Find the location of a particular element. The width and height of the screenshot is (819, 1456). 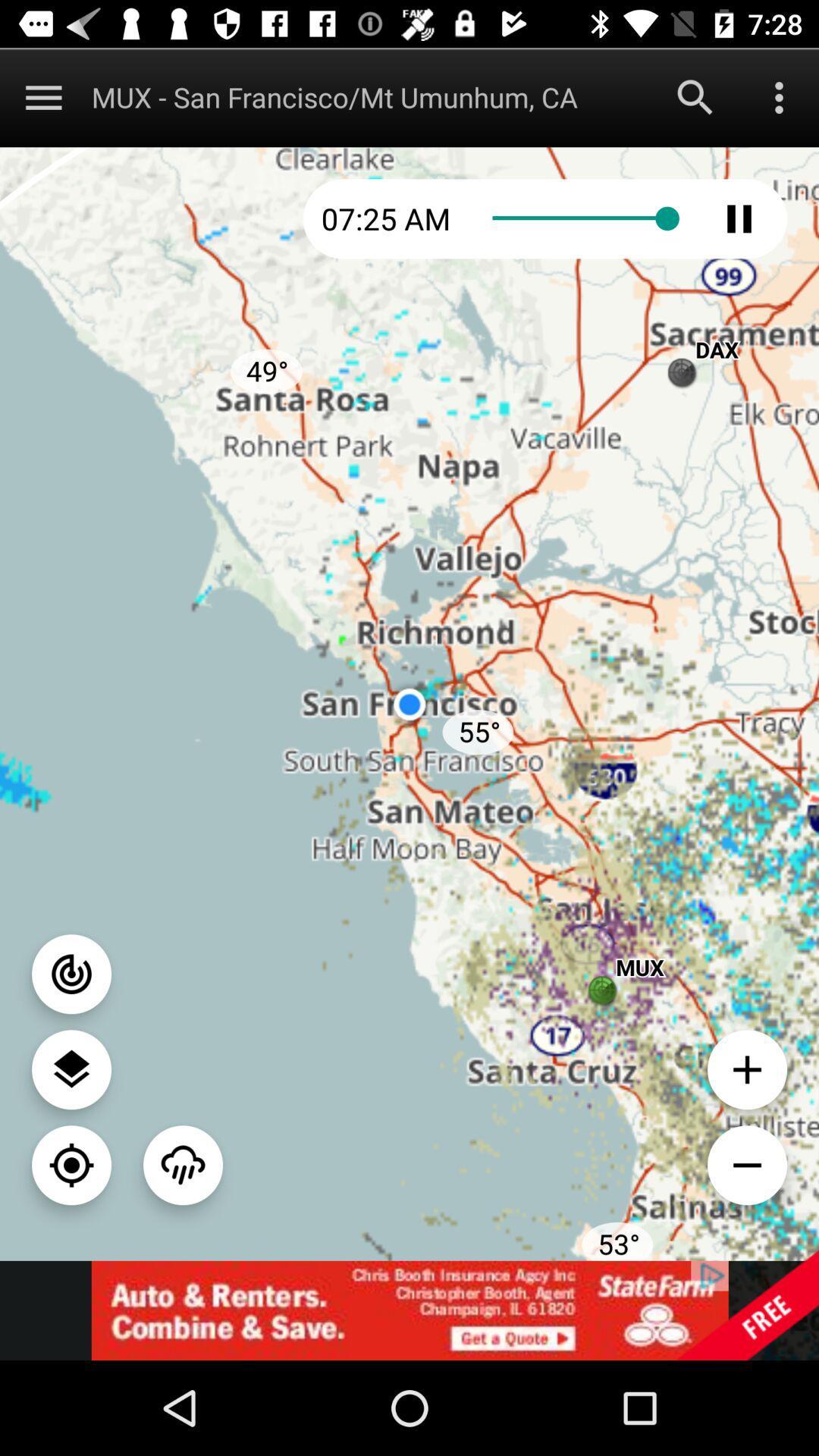

decreas is located at coordinates (746, 1164).